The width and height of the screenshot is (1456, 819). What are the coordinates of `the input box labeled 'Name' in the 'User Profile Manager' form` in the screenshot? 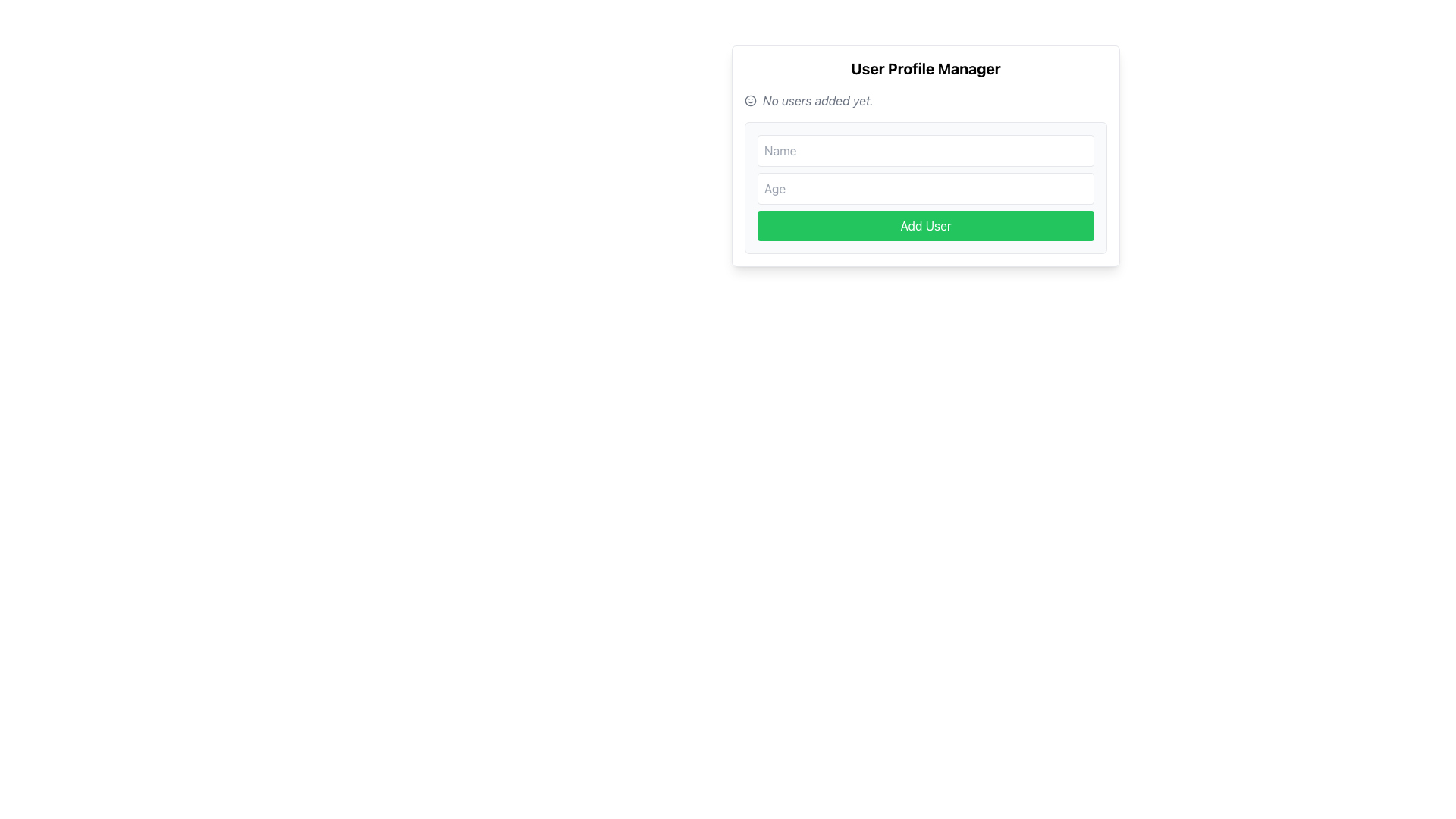 It's located at (924, 155).